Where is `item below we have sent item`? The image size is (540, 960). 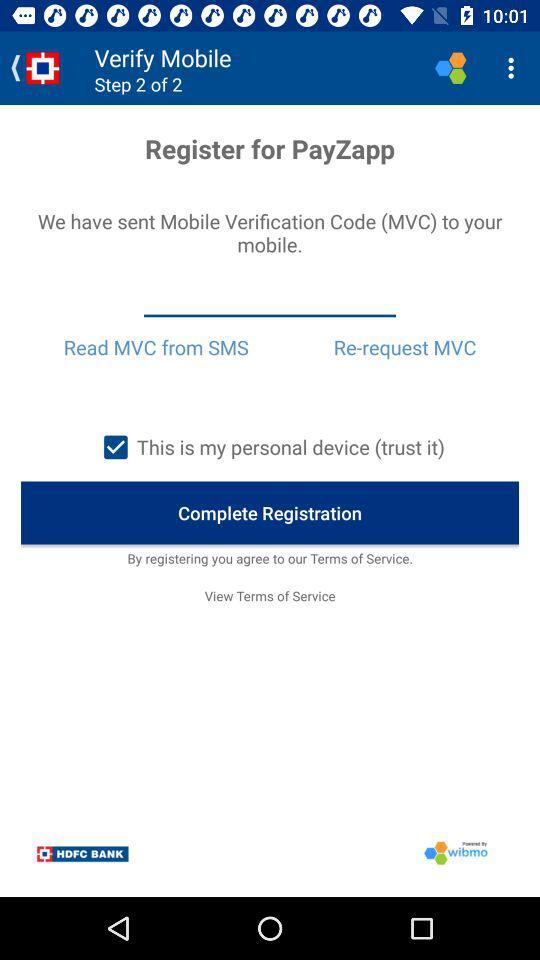 item below we have sent item is located at coordinates (270, 298).